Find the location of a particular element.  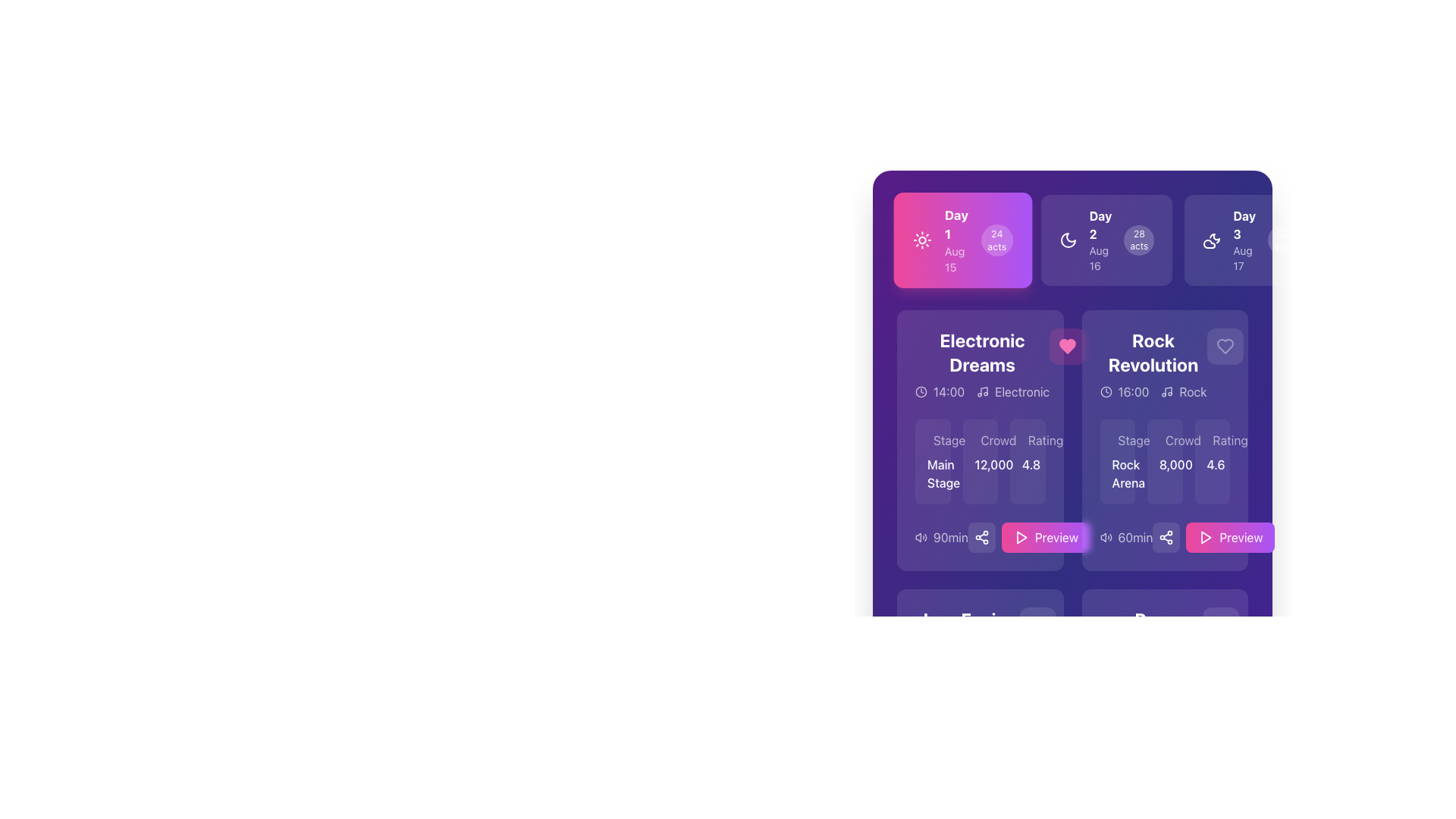

the numeric rating label located in the bottom-right corner of the 'Rating' section under the 'Rock Revolution' header is located at coordinates (1211, 464).